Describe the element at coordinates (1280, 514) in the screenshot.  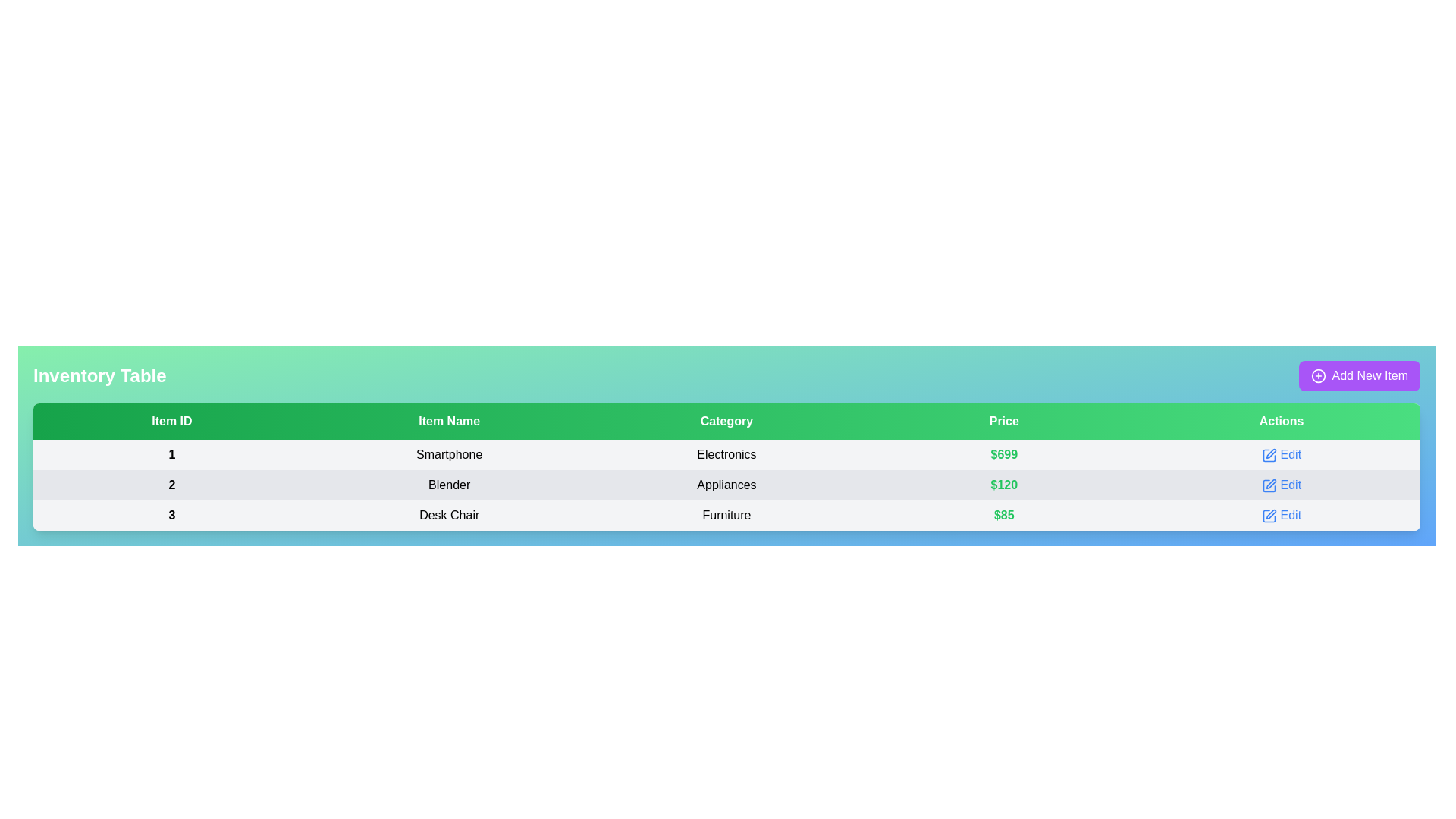
I see `the 'Edit' text link with icon in the last item of the 'Actions' column in the third row of the table` at that location.